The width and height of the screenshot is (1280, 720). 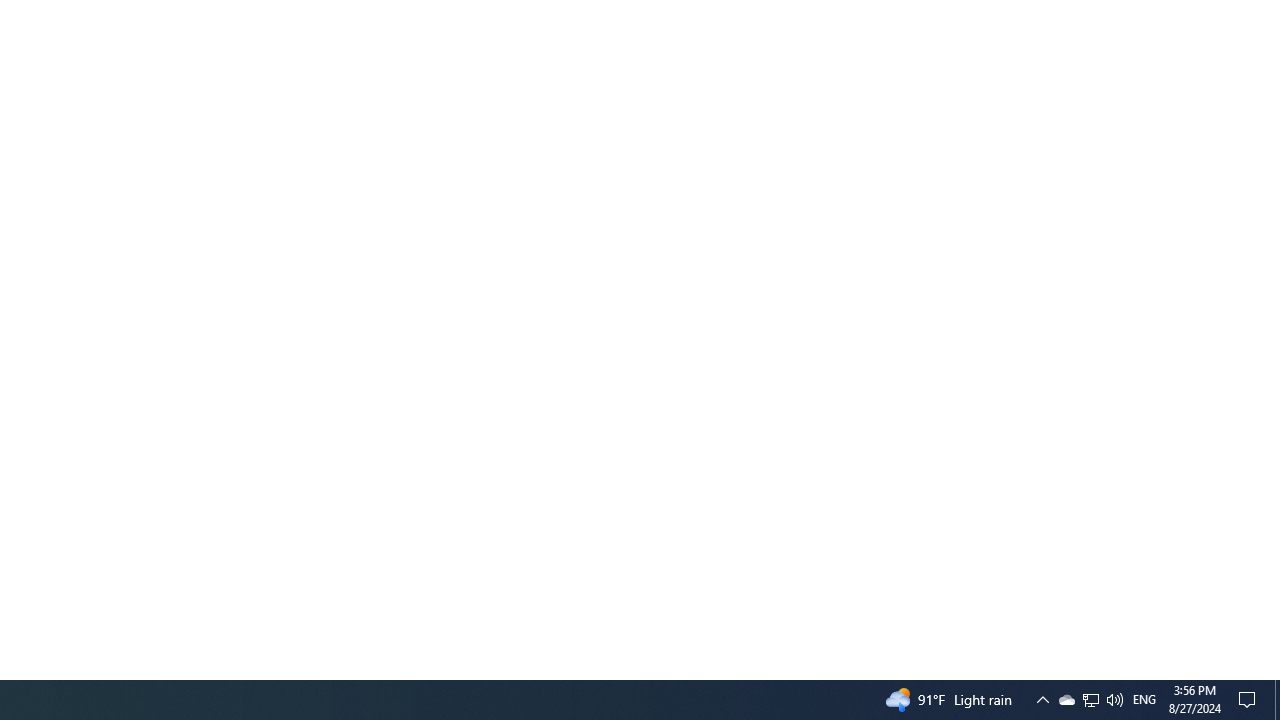 What do you see at coordinates (1144, 698) in the screenshot?
I see `'Tray Input Indicator - English (United States)'` at bounding box center [1144, 698].